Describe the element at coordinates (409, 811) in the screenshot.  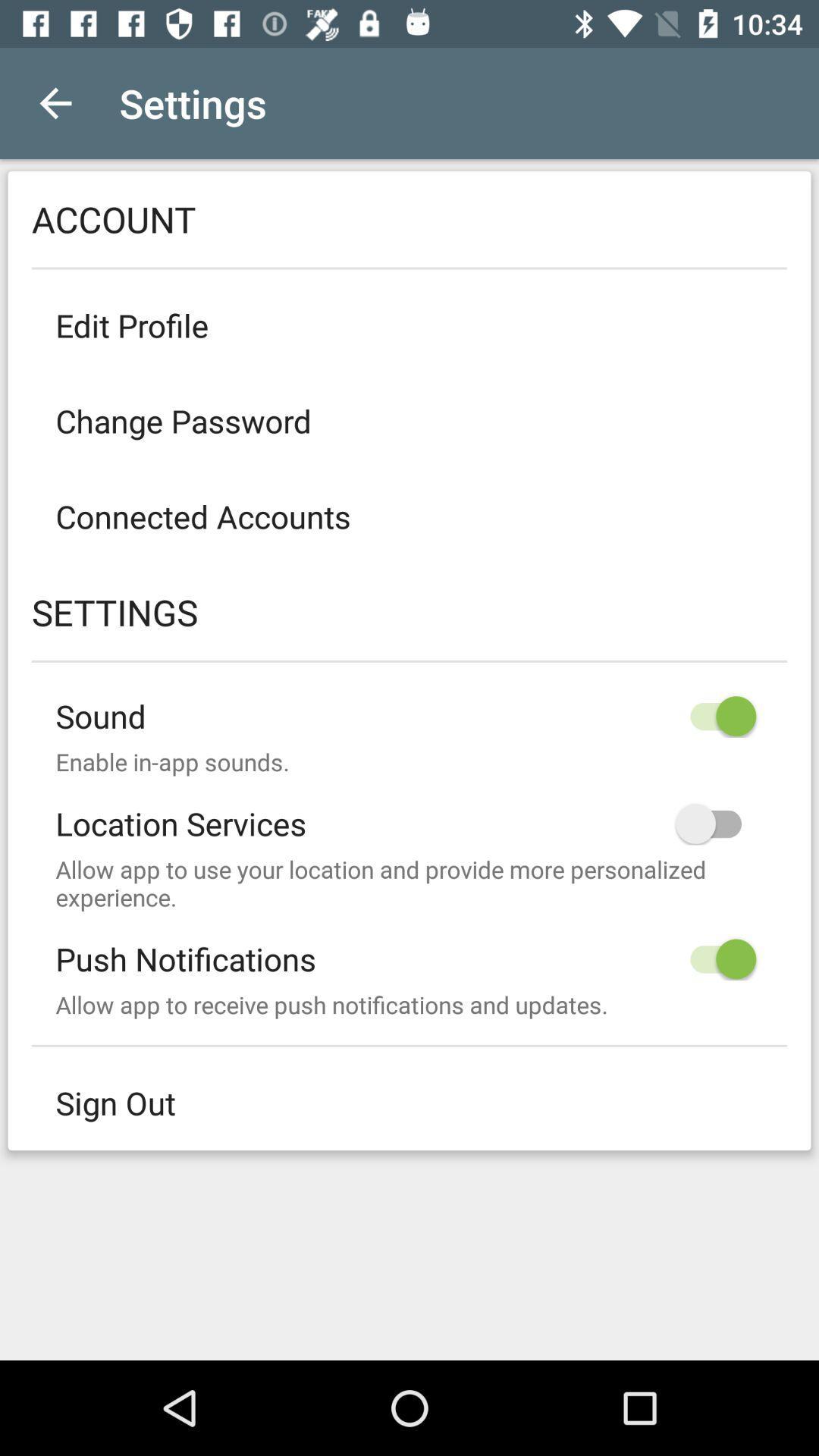
I see `item above the allow app to item` at that location.